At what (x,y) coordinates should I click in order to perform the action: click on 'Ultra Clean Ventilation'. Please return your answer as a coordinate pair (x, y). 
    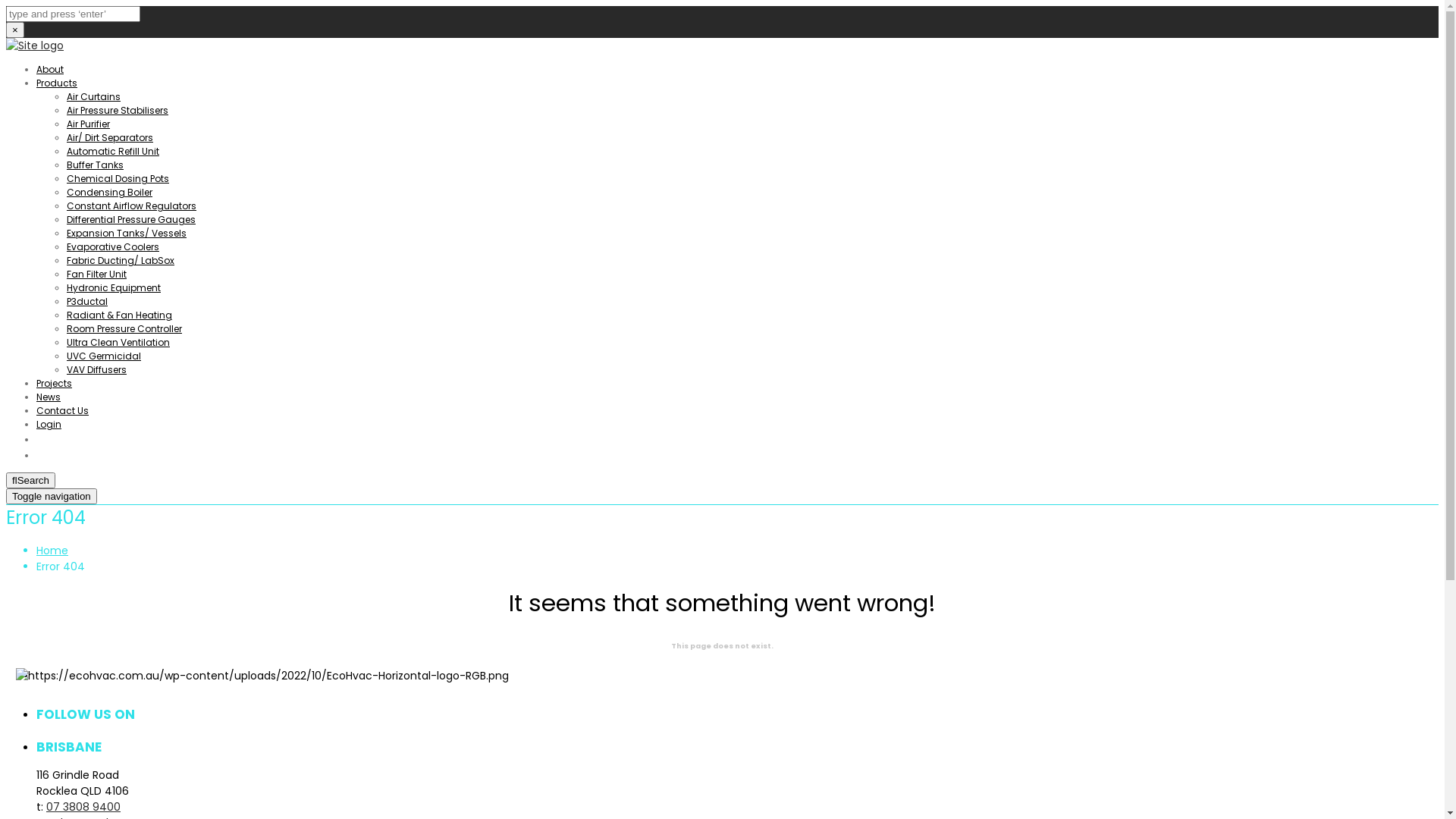
    Looking at the image, I should click on (65, 342).